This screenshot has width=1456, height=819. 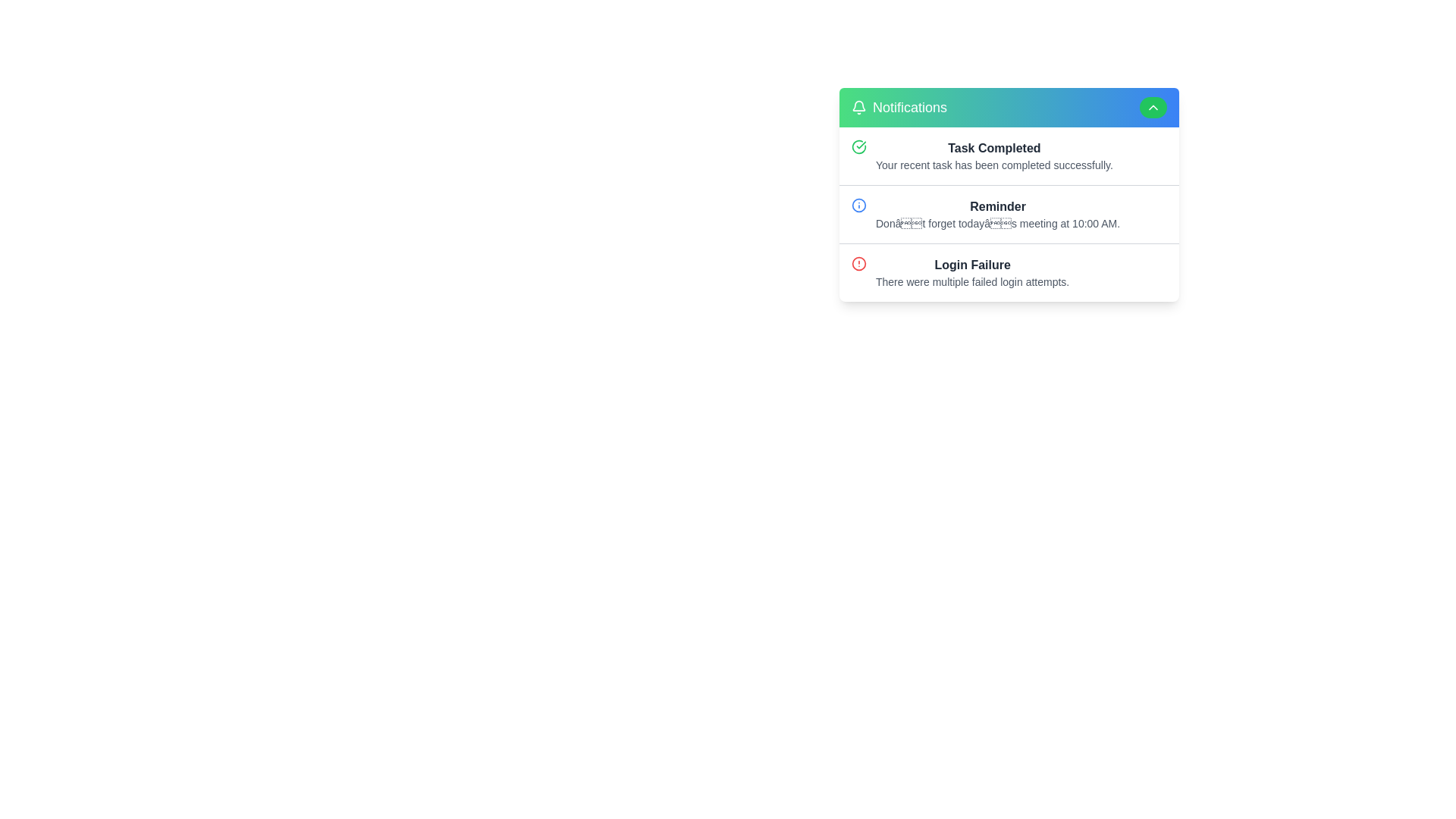 I want to click on the Text Label indicating the successful completion of a task, located directly below the 'Task Completed' title in the notification card, so click(x=994, y=165).